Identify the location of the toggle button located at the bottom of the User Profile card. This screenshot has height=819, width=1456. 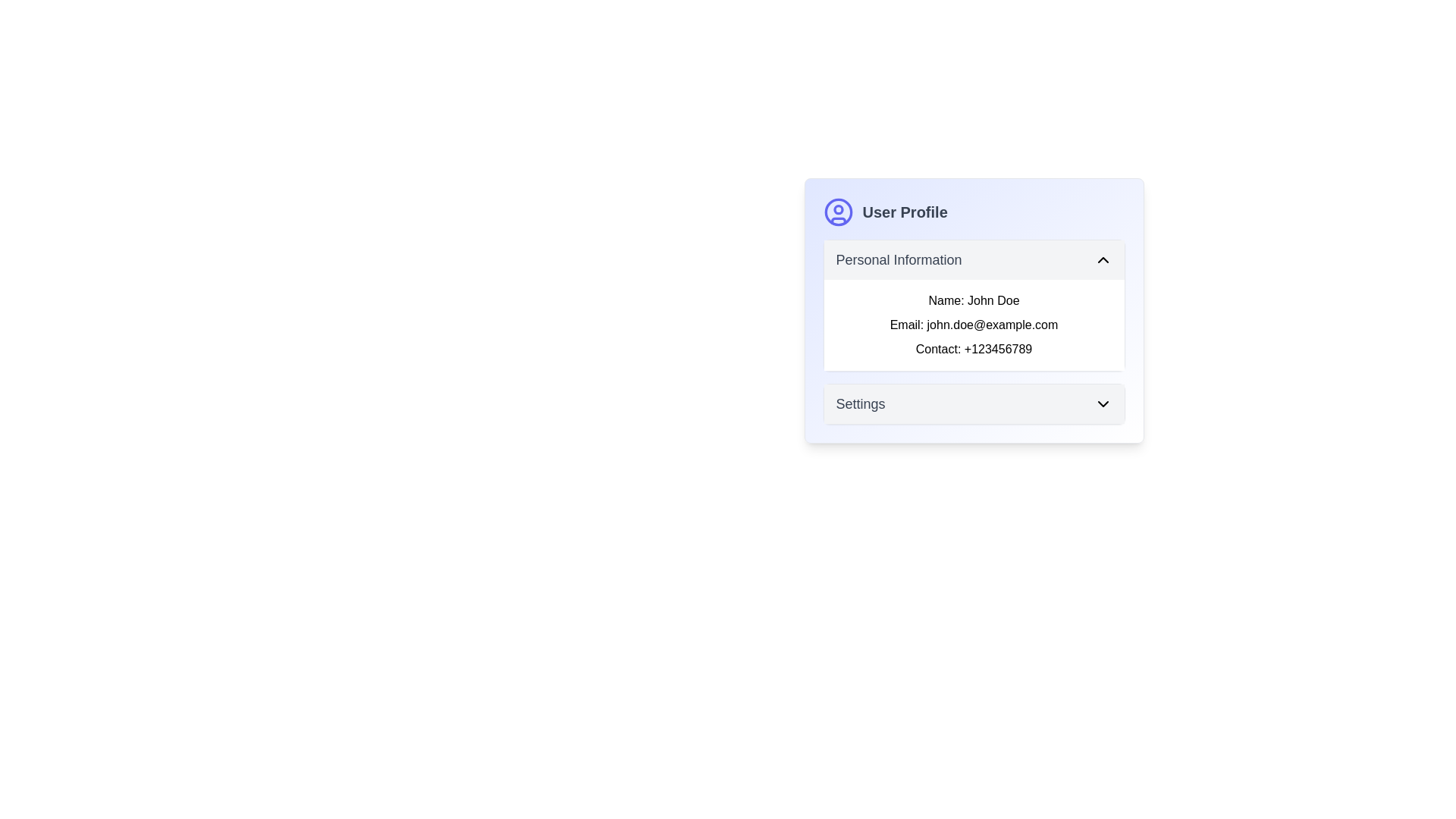
(974, 403).